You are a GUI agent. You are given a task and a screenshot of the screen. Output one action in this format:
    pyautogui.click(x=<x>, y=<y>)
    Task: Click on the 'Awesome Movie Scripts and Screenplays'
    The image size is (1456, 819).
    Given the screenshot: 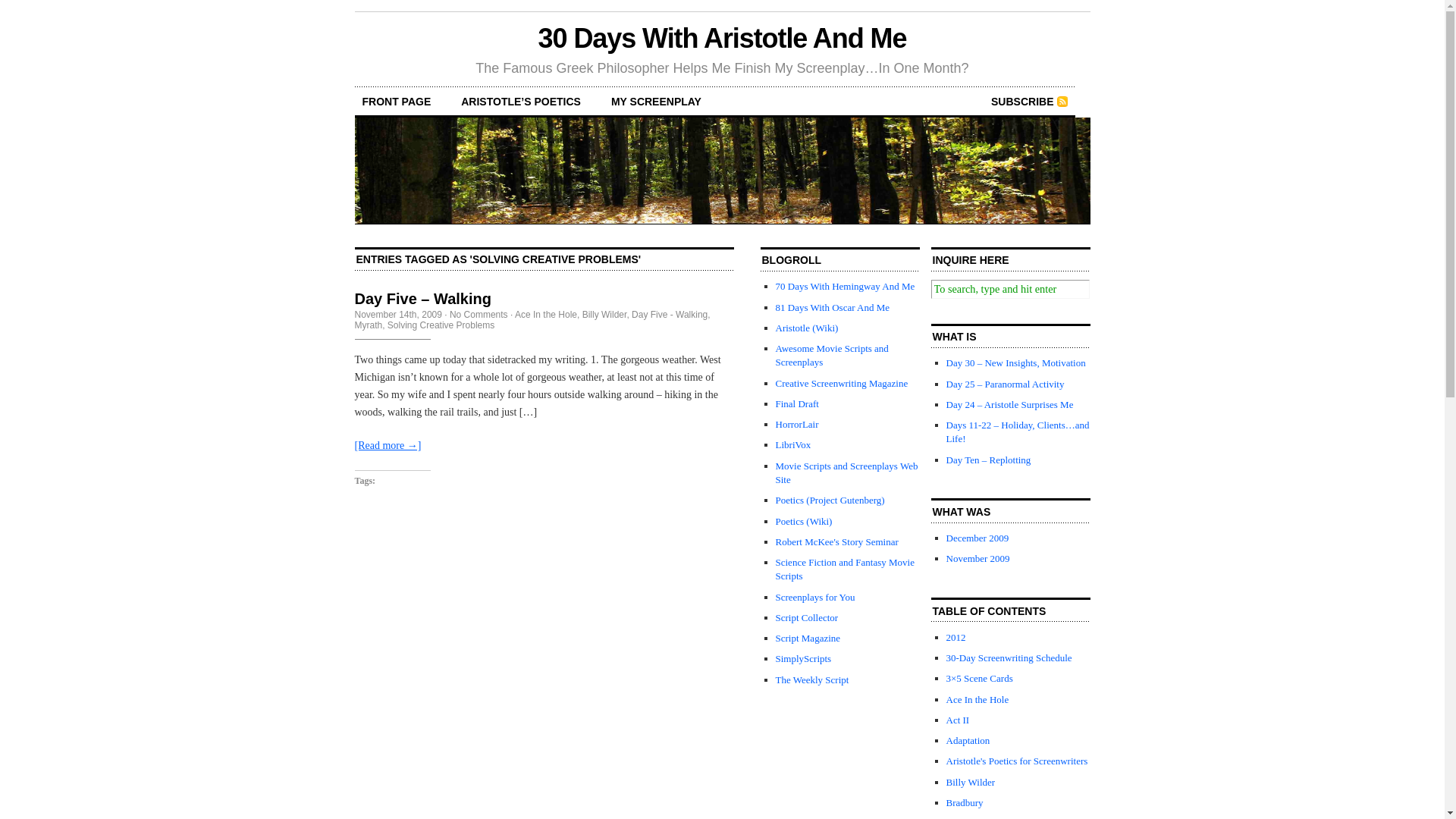 What is the action you would take?
    pyautogui.click(x=830, y=355)
    